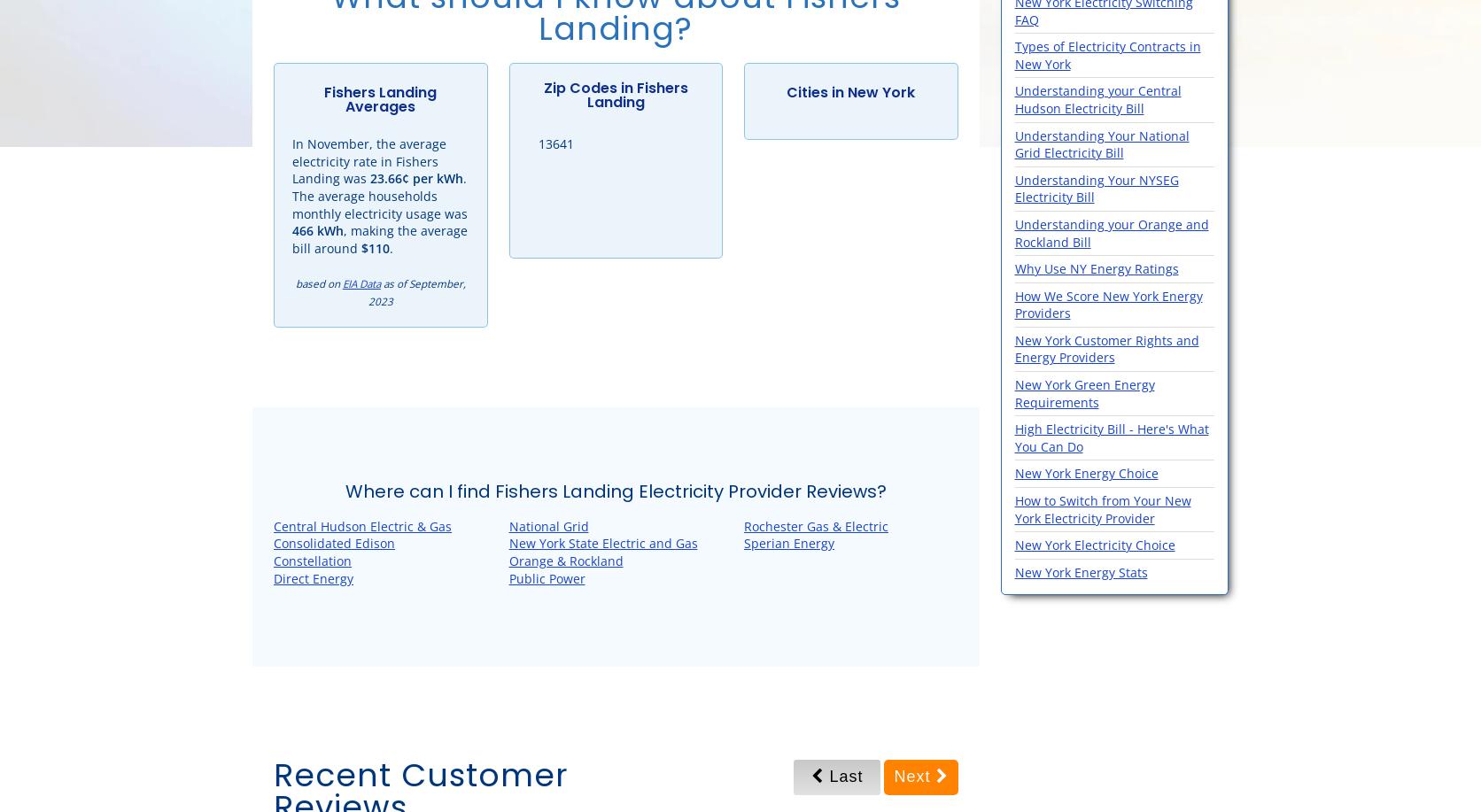 The height and width of the screenshot is (812, 1481). Describe the element at coordinates (311, 559) in the screenshot. I see `'Constellation'` at that location.